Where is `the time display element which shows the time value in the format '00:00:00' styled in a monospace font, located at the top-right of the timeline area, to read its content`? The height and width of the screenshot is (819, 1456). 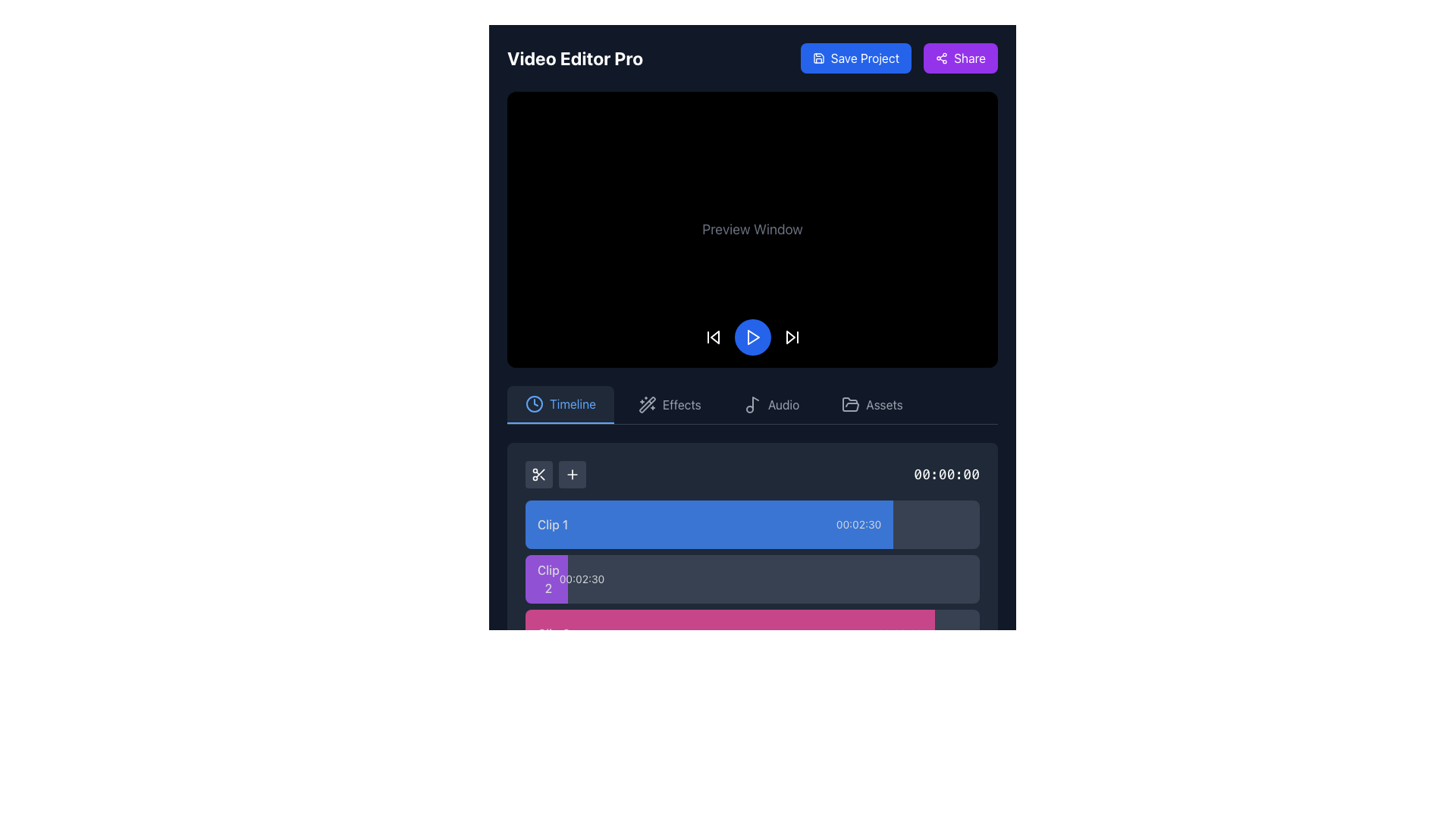 the time display element which shows the time value in the format '00:00:00' styled in a monospace font, located at the top-right of the timeline area, to read its content is located at coordinates (946, 473).